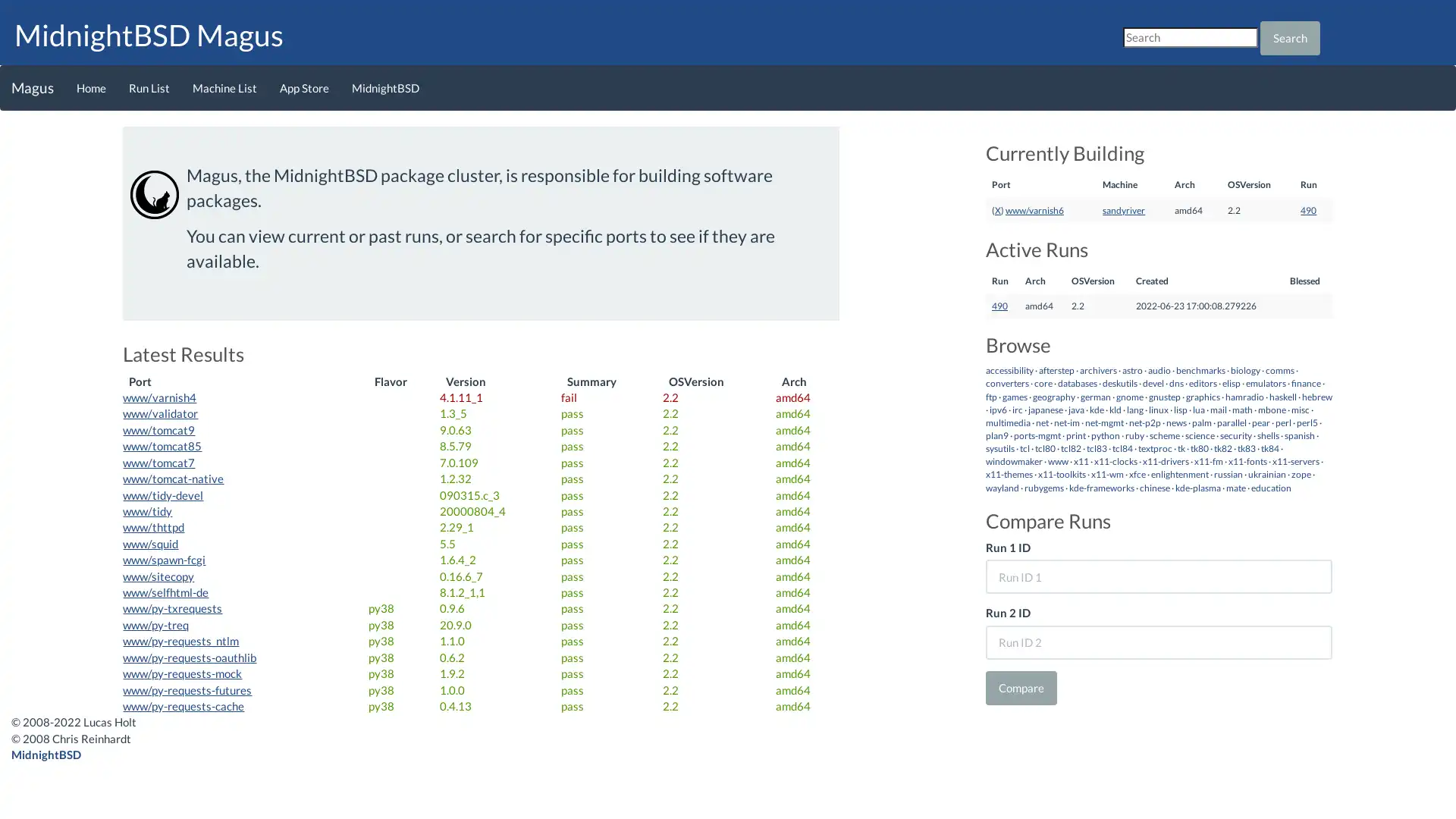 The width and height of the screenshot is (1456, 819). Describe the element at coordinates (1288, 37) in the screenshot. I see `Search` at that location.